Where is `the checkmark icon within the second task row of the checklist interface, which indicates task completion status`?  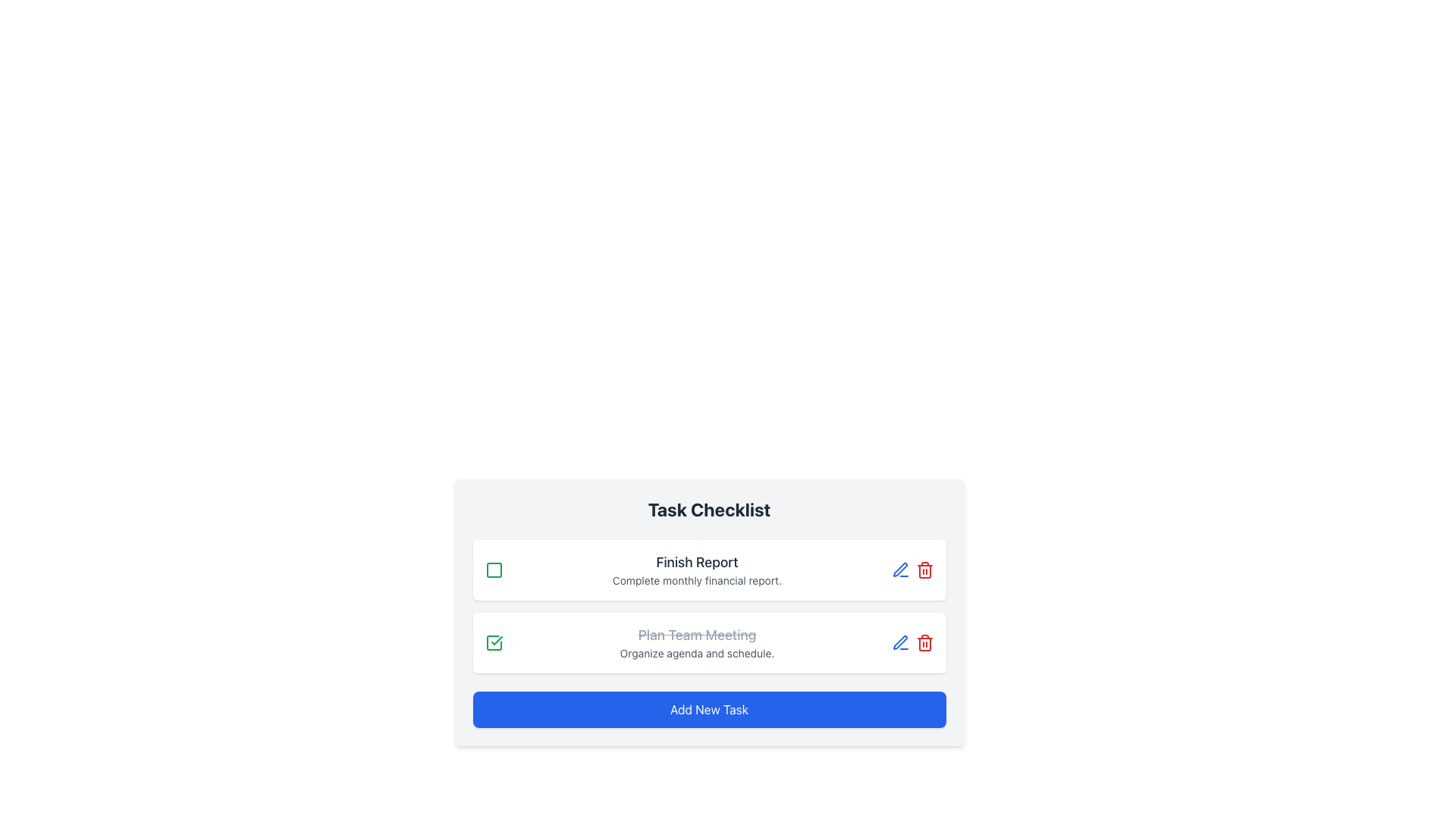 the checkmark icon within the second task row of the checklist interface, which indicates task completion status is located at coordinates (496, 640).